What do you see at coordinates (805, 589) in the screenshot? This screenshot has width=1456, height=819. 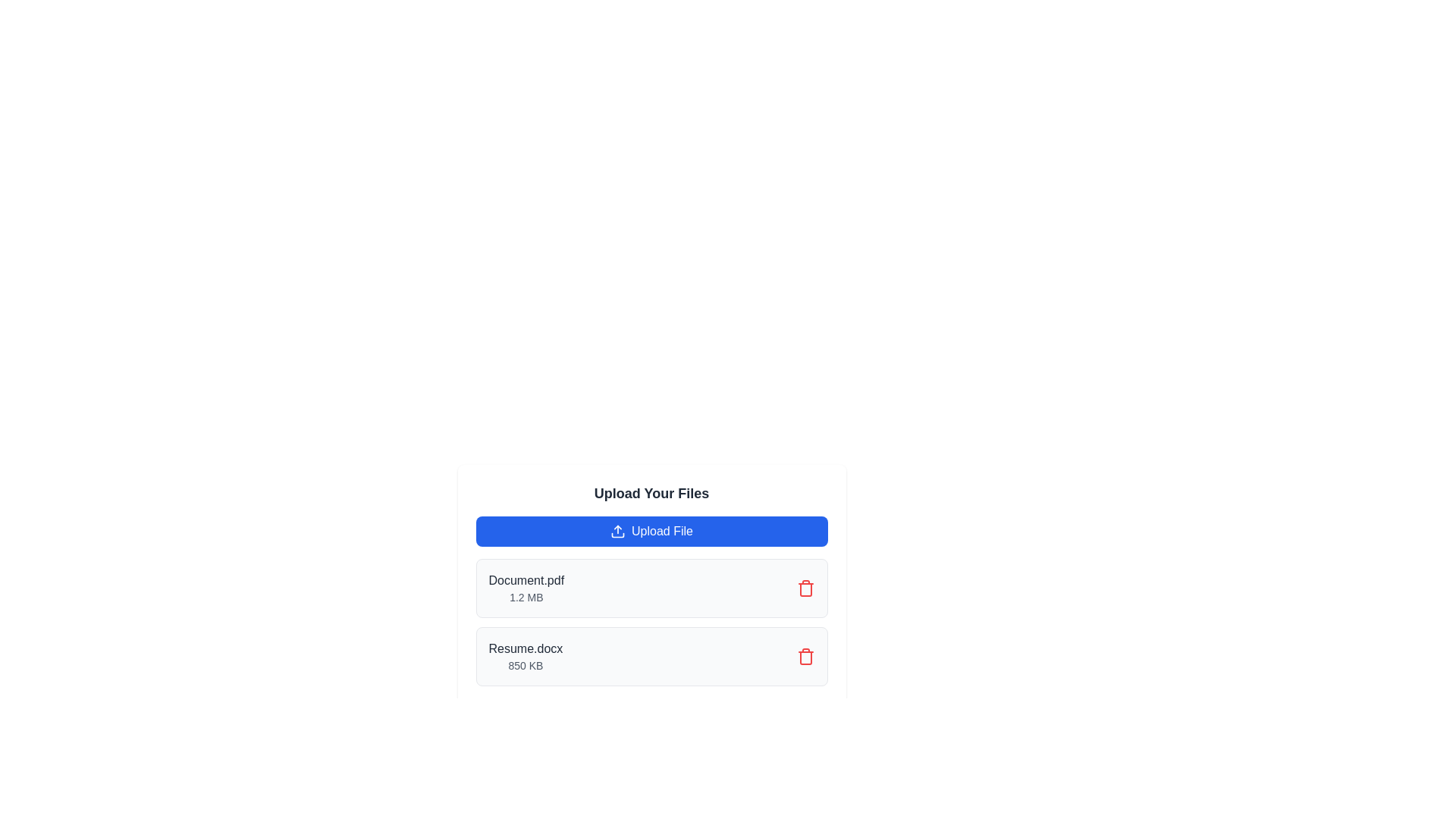 I see `the trash icon representing the bucket of the trash icon component for the second file entry (Resume.docx)` at bounding box center [805, 589].